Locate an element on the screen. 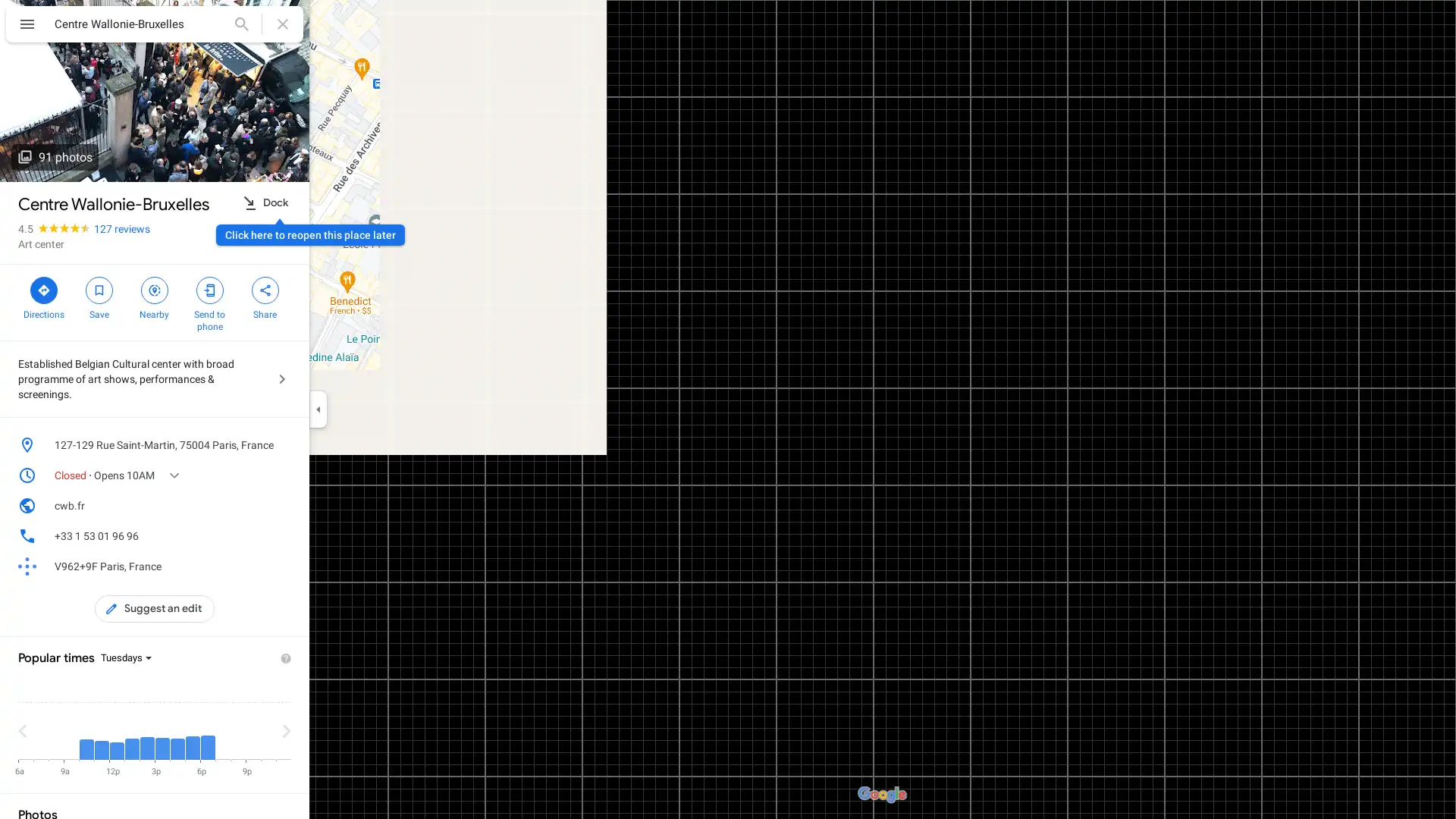 Image resolution: width=1456 pixels, height=819 pixels. Directions to Centre Wallonie-Bruxelles is located at coordinates (43, 296).